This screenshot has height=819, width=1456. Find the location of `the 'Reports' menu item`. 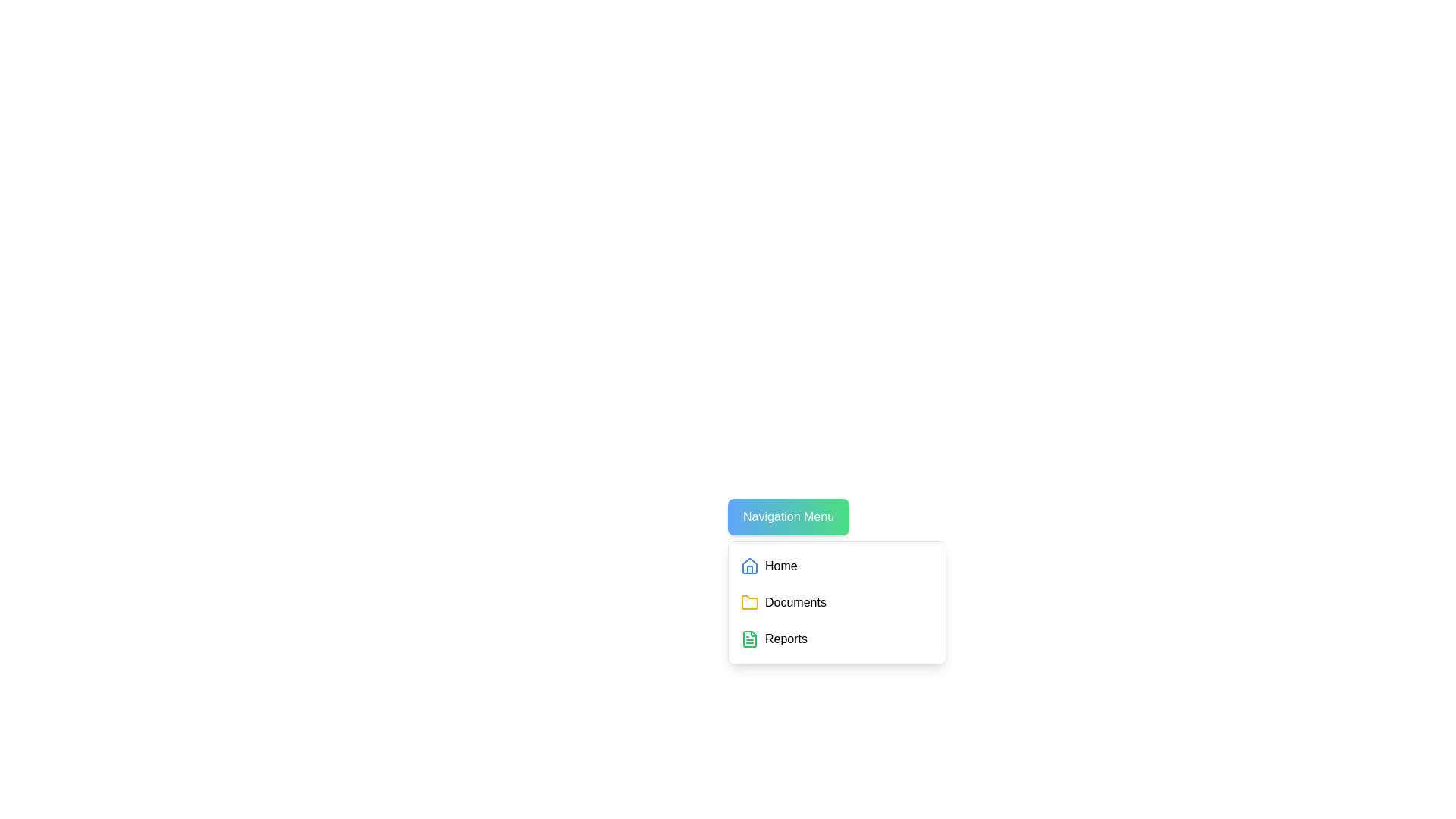

the 'Reports' menu item is located at coordinates (836, 639).